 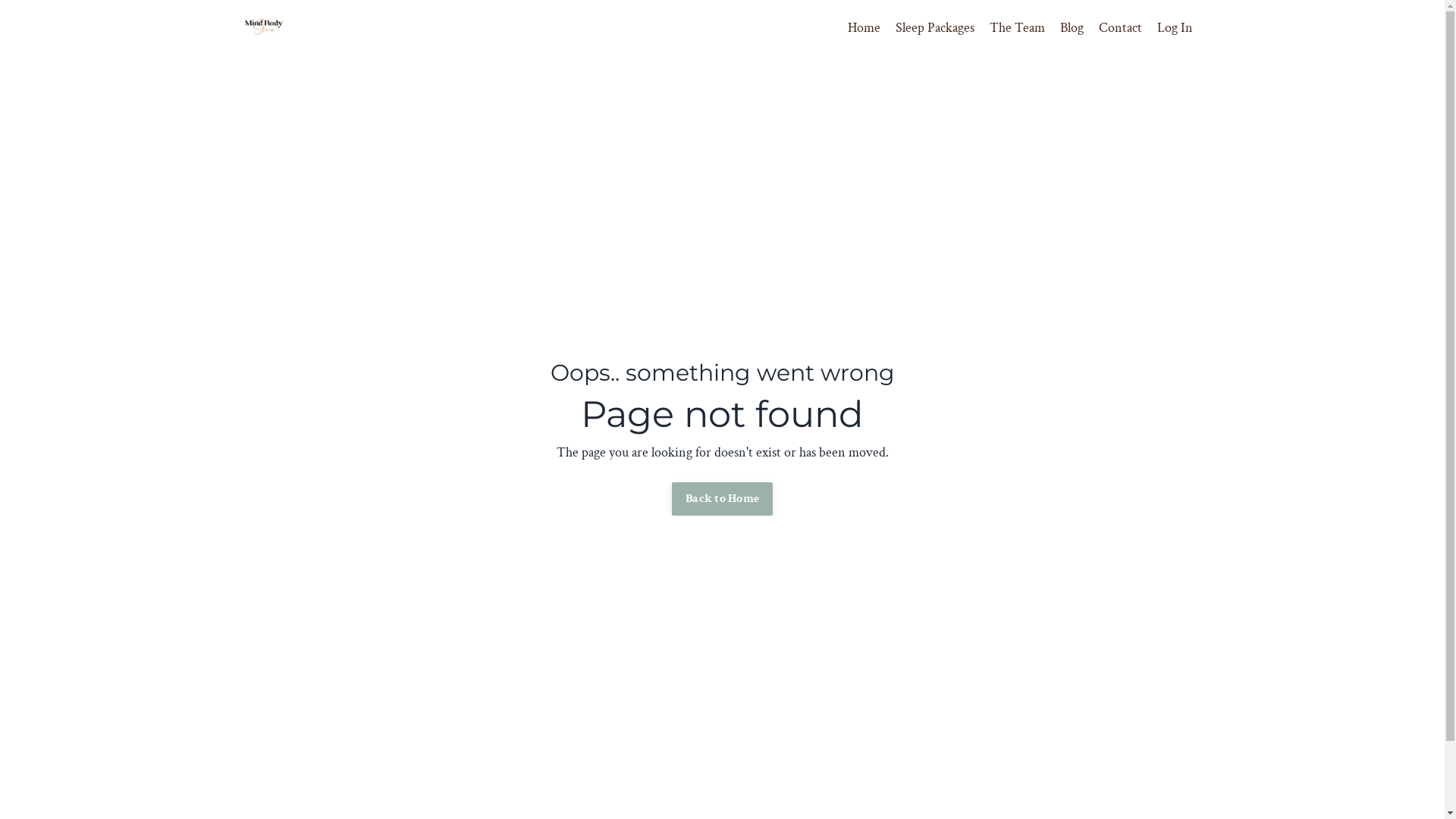 What do you see at coordinates (934, 28) in the screenshot?
I see `'Sleep Packages'` at bounding box center [934, 28].